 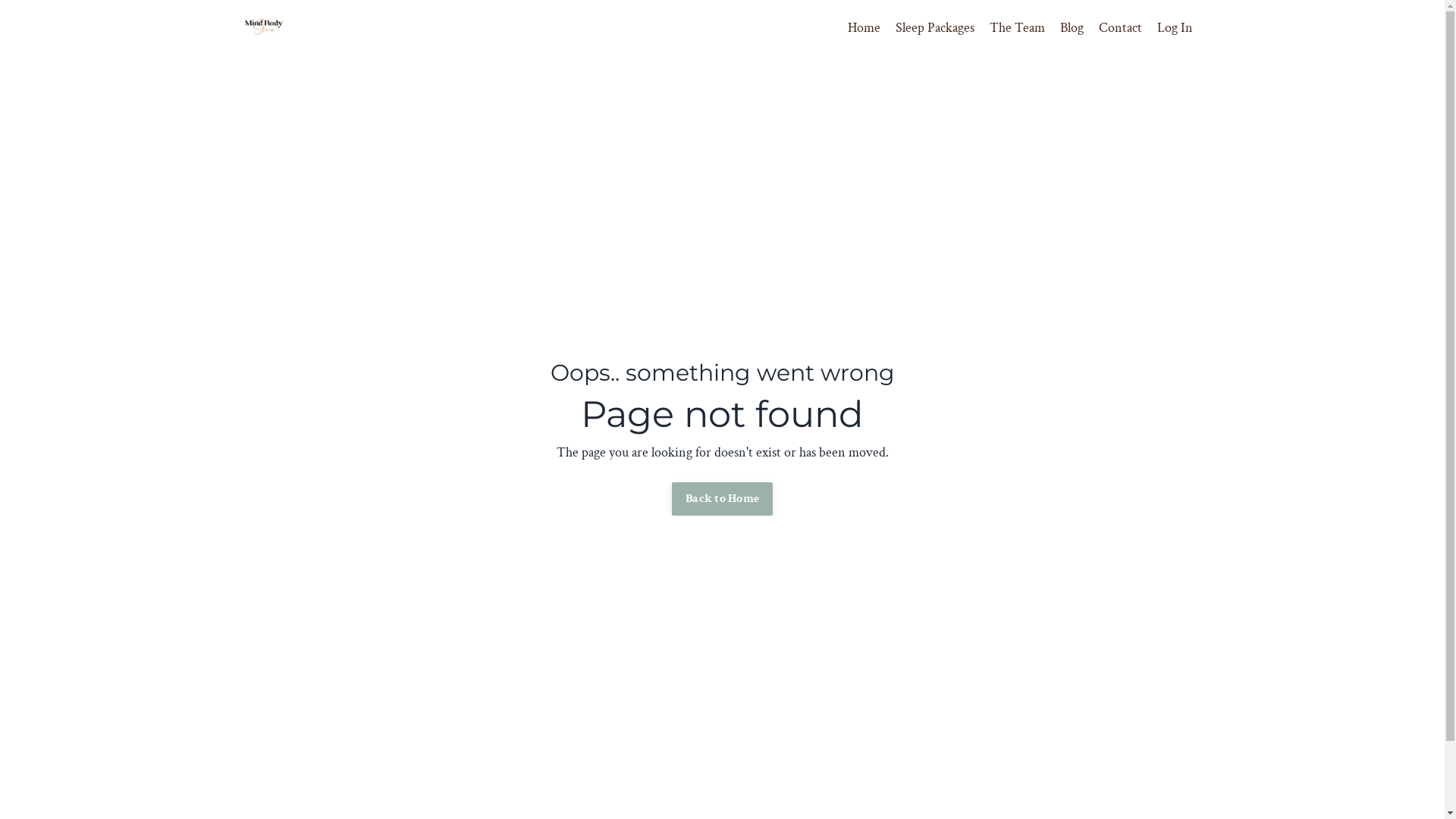 What do you see at coordinates (934, 28) in the screenshot?
I see `'Sleep Packages'` at bounding box center [934, 28].